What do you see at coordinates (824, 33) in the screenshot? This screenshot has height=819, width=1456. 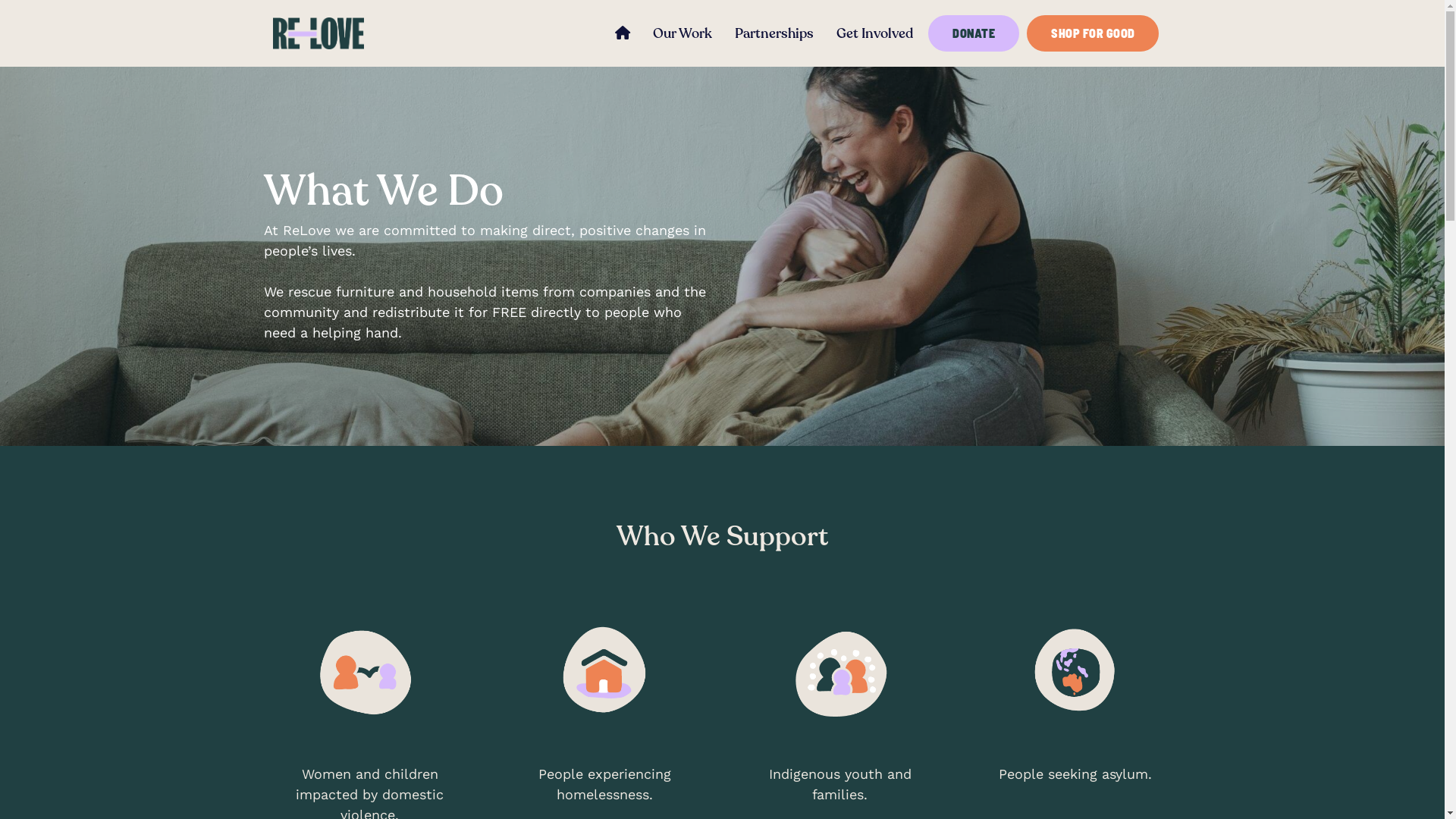 I see `'Get Involved'` at bounding box center [824, 33].